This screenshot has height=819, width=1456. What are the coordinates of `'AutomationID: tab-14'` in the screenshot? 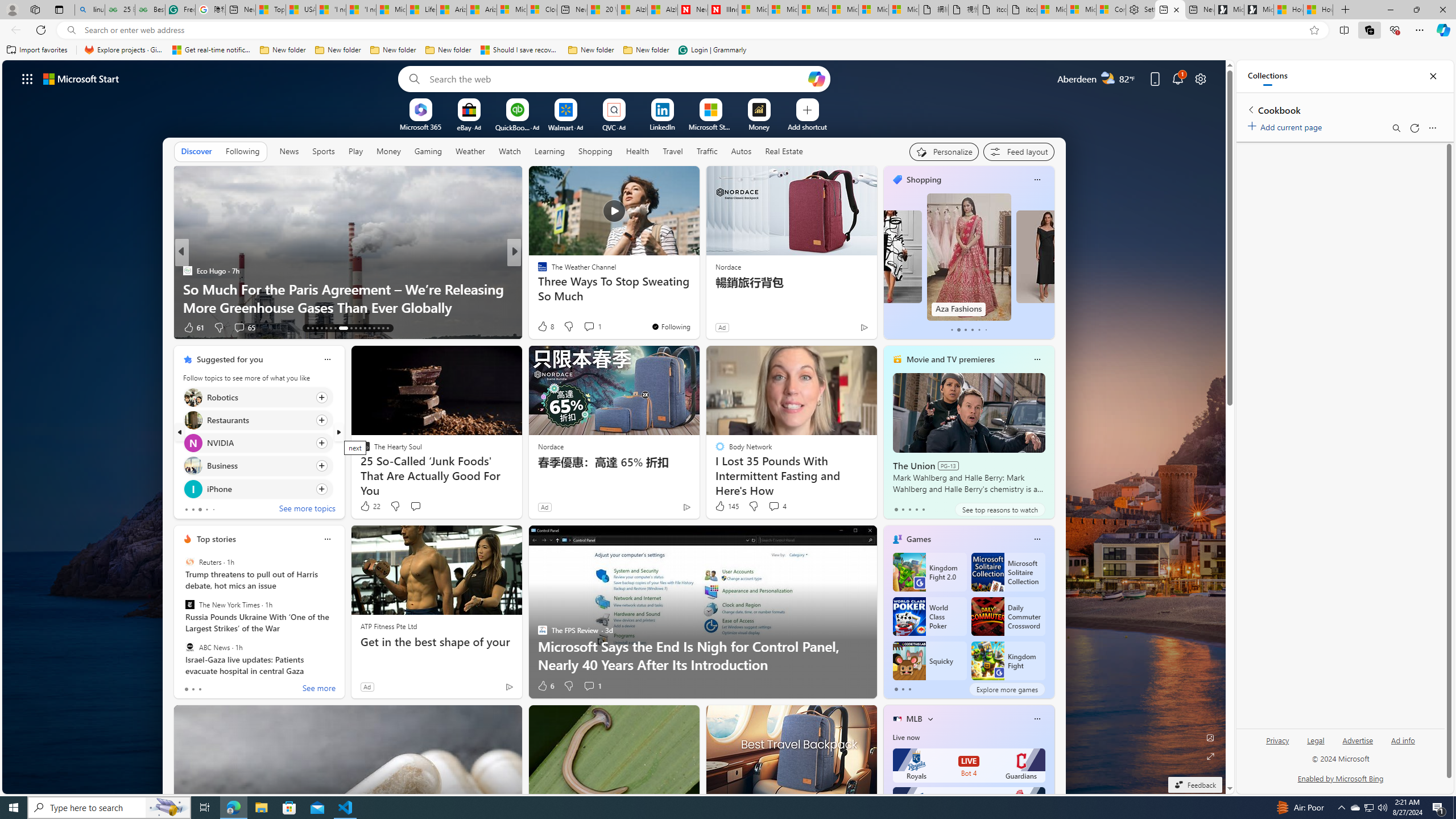 It's located at (312, 328).